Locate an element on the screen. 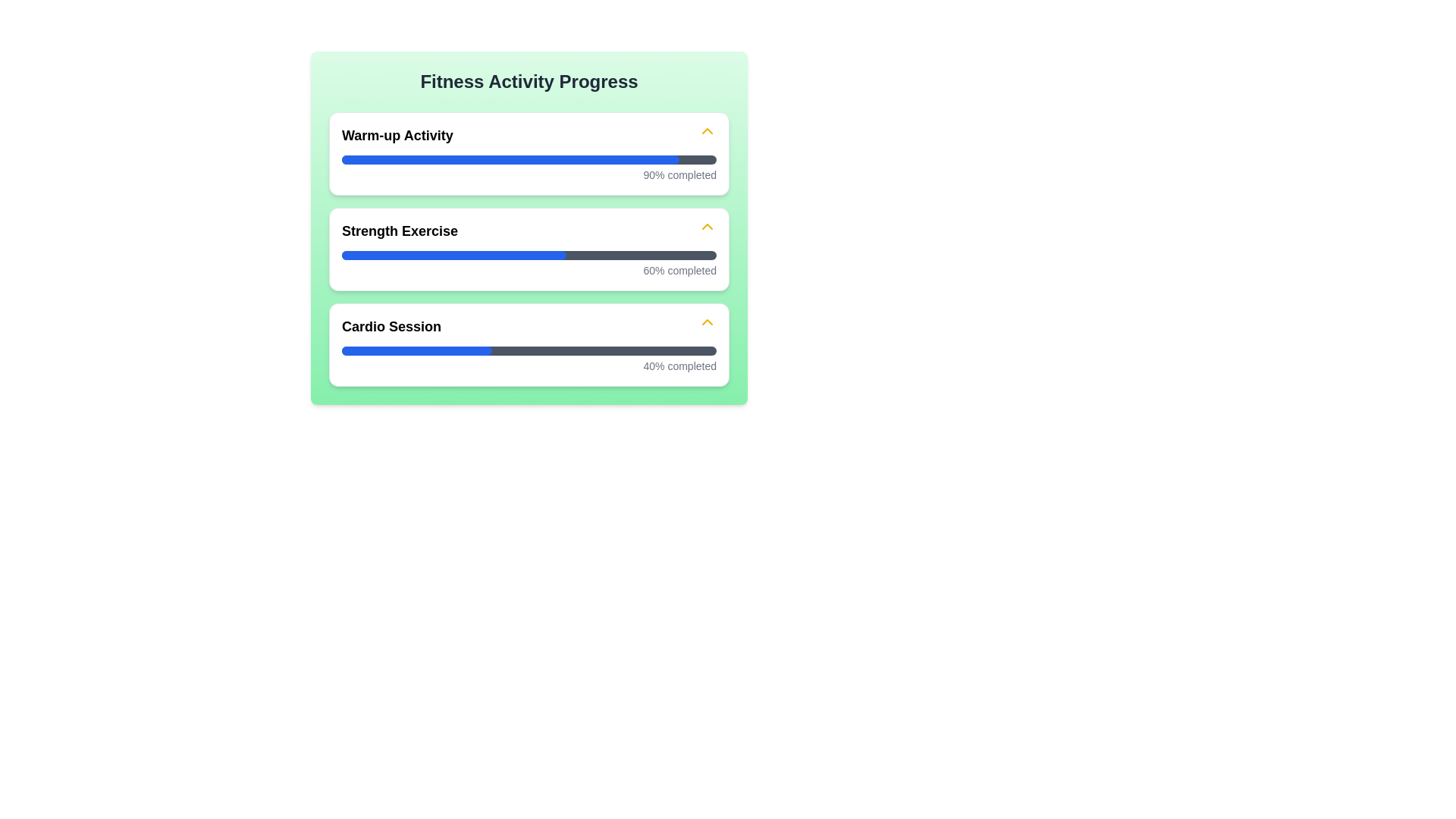 Image resolution: width=1456 pixels, height=819 pixels. the text label that serves as the title for the second box in a vertical arrangement of activity names, positioned above the progress bar is located at coordinates (400, 231).